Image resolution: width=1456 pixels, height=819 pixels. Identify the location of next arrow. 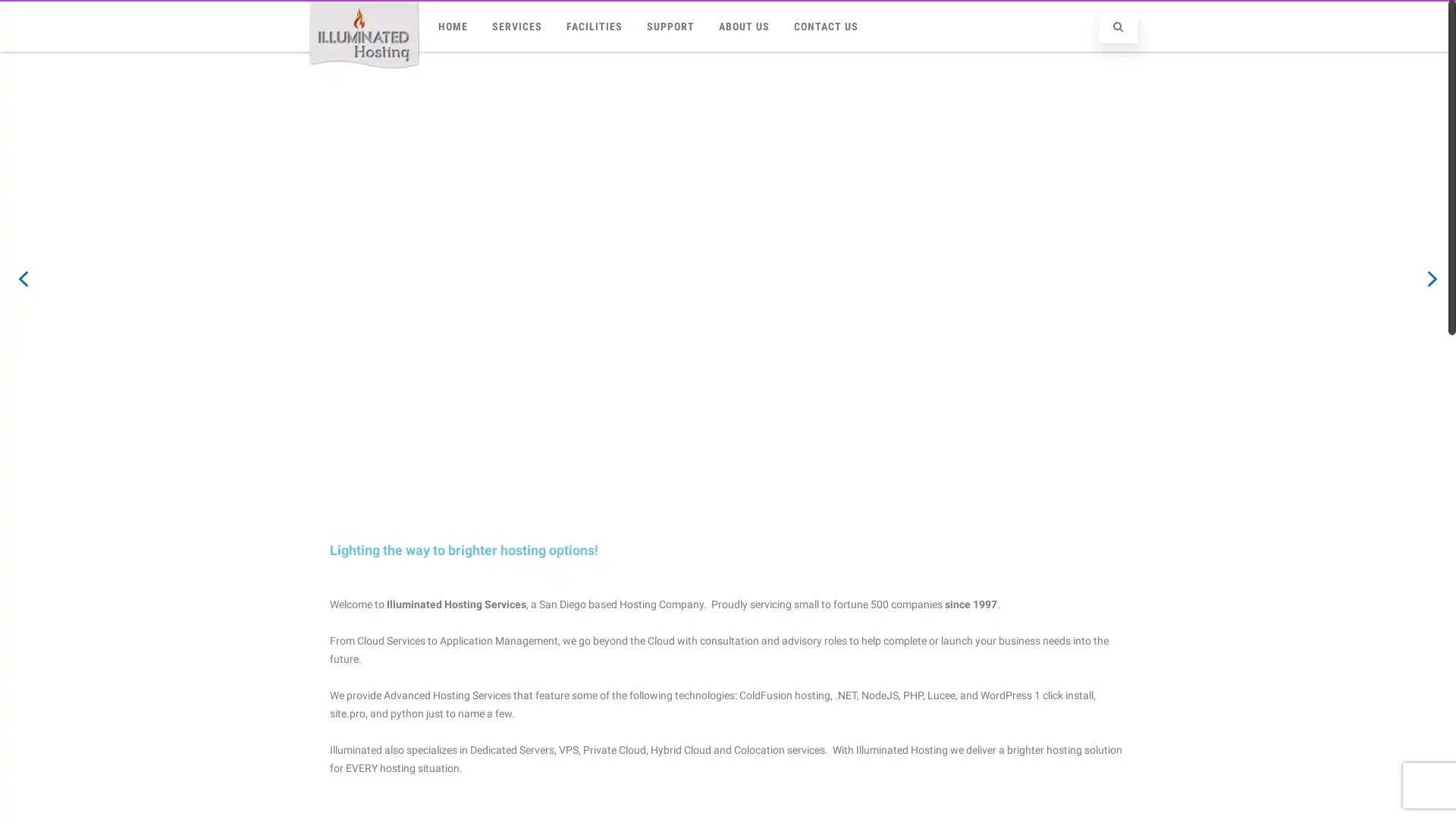
(1432, 278).